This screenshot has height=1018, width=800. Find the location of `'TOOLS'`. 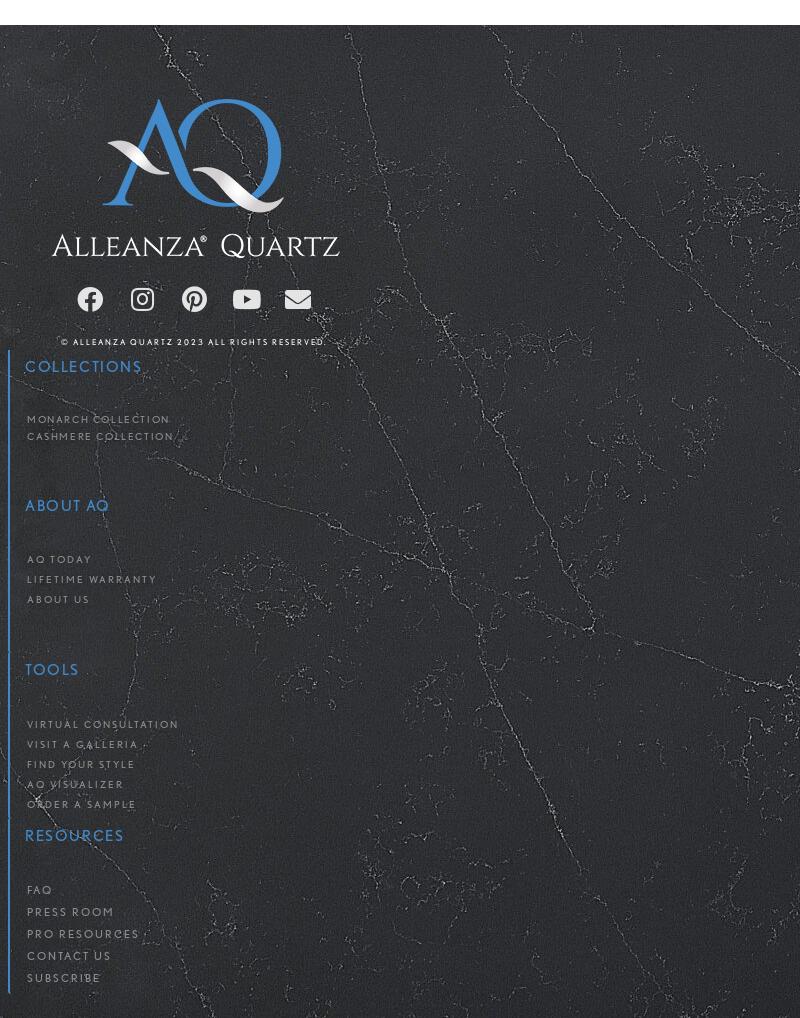

'TOOLS' is located at coordinates (51, 670).